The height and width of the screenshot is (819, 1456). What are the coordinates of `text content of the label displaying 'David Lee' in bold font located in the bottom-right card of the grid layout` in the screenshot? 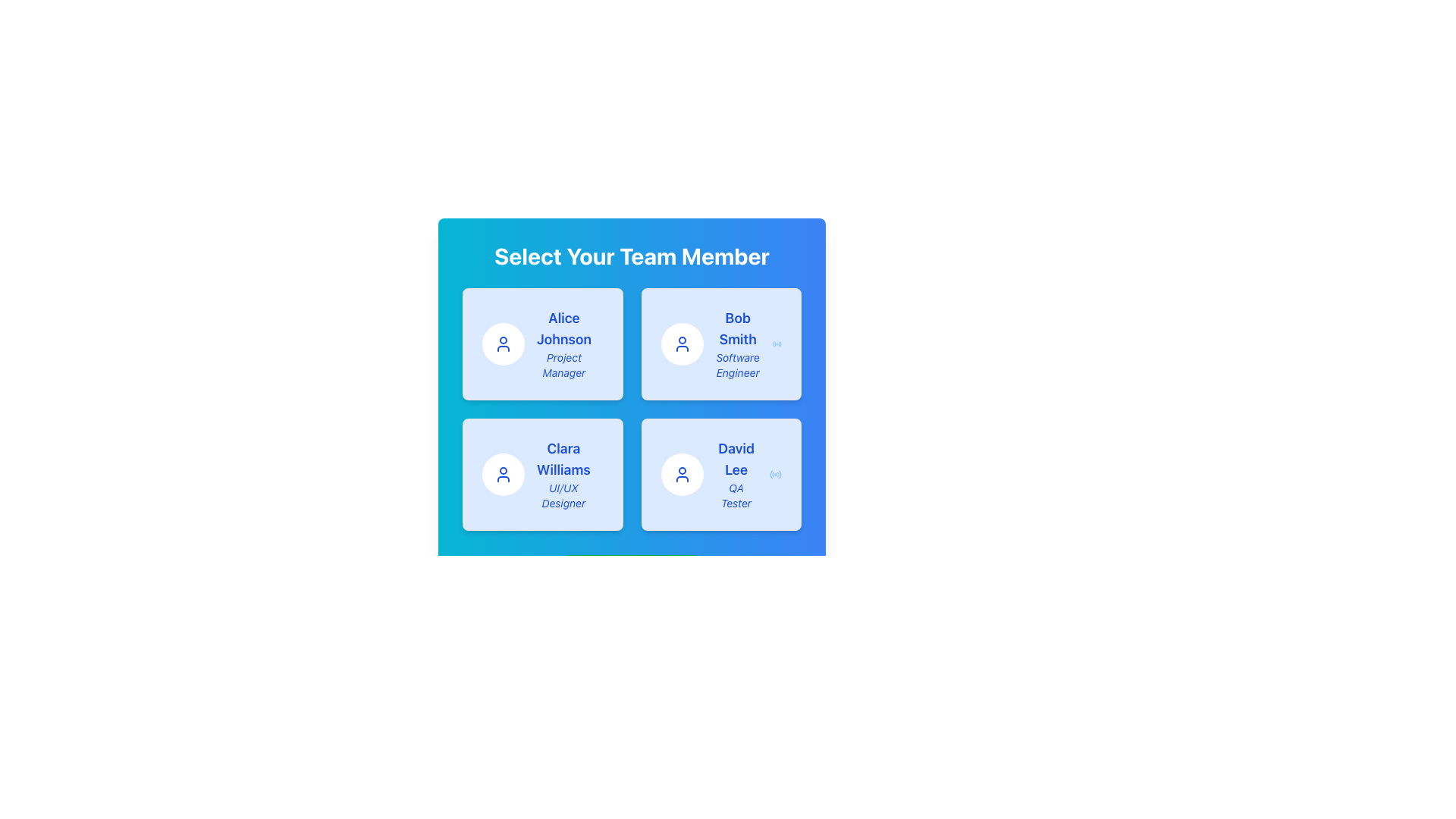 It's located at (736, 458).